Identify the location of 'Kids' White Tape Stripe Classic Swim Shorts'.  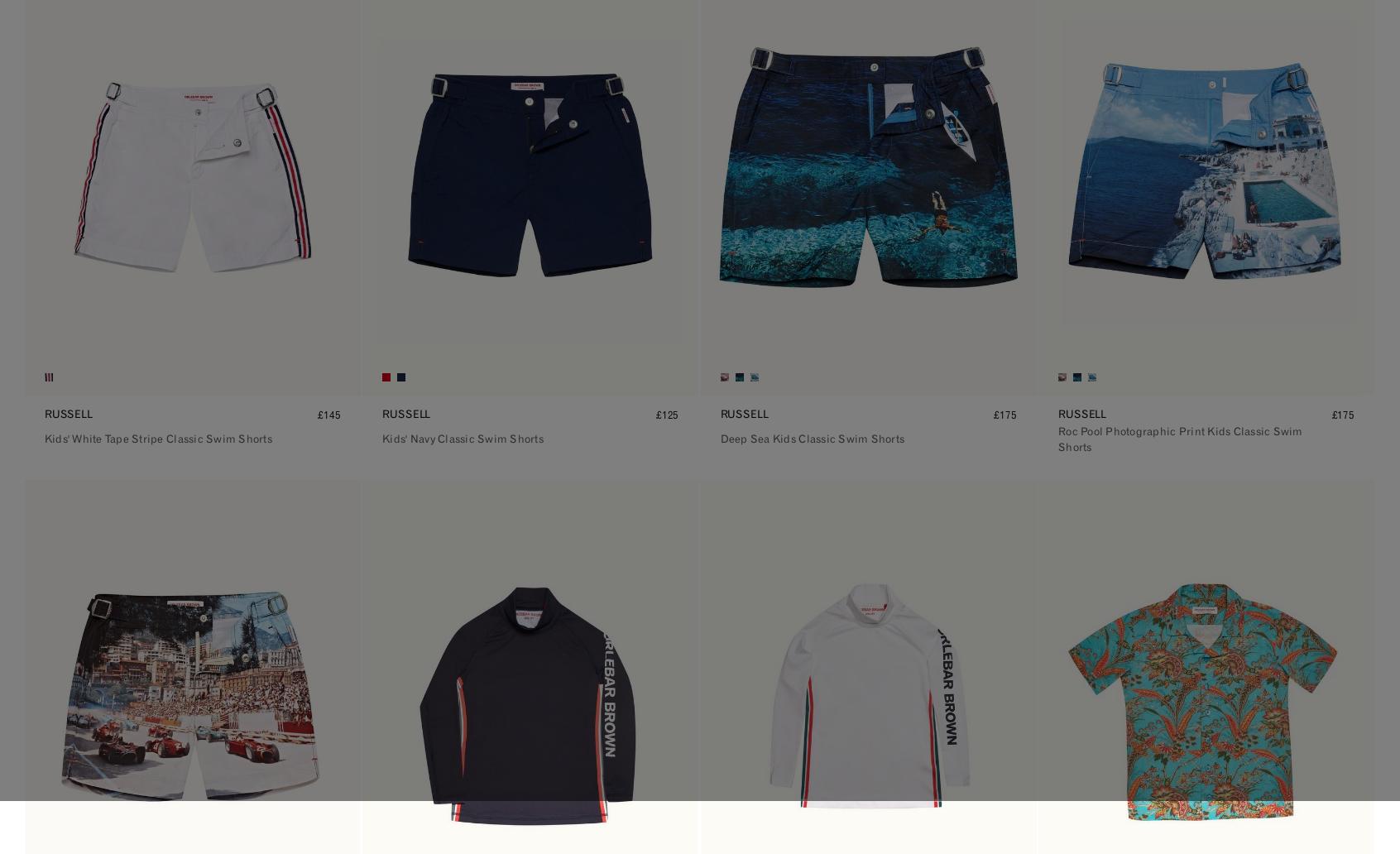
(156, 439).